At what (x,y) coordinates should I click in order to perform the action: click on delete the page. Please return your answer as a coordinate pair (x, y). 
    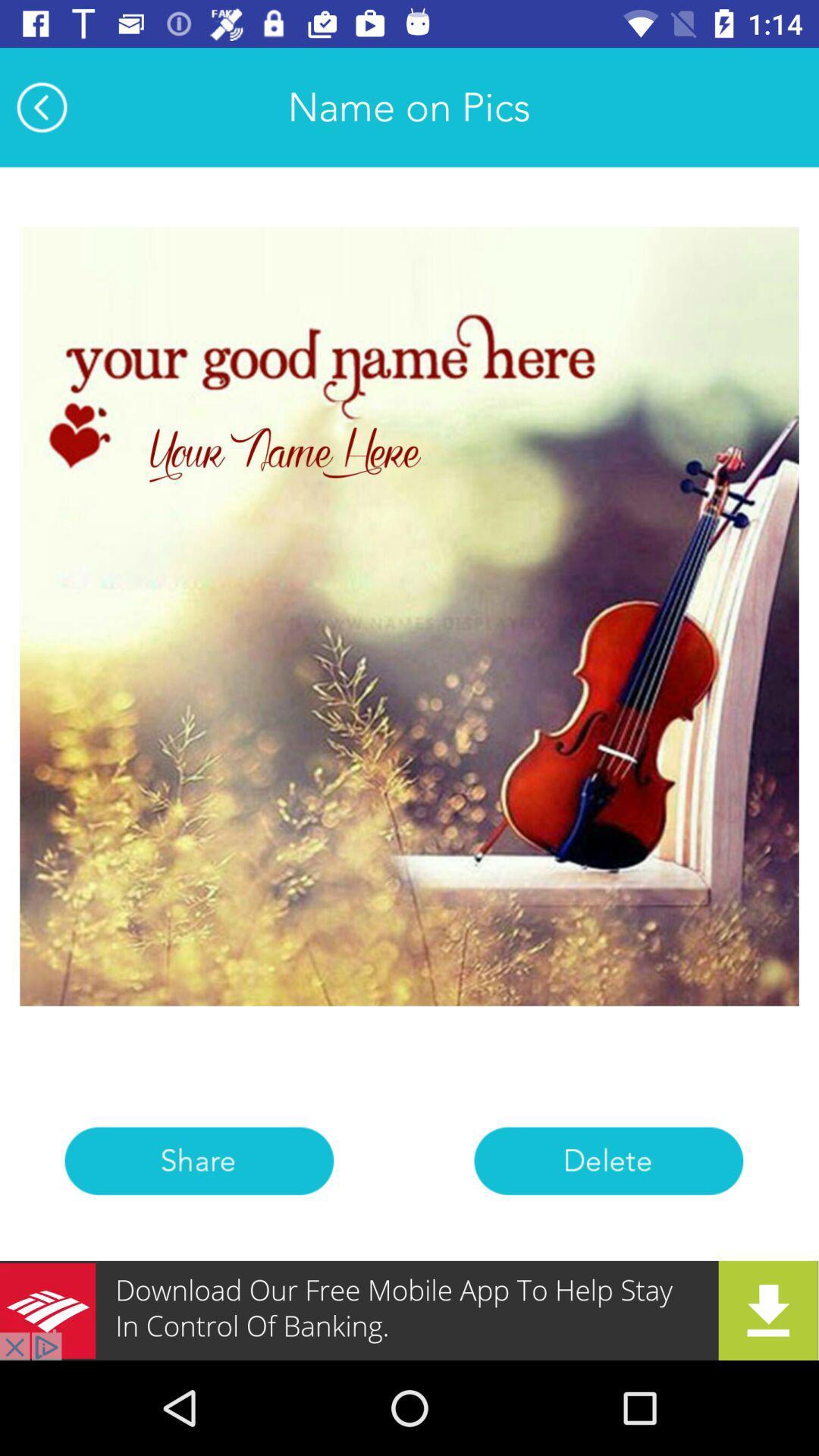
    Looking at the image, I should click on (607, 1160).